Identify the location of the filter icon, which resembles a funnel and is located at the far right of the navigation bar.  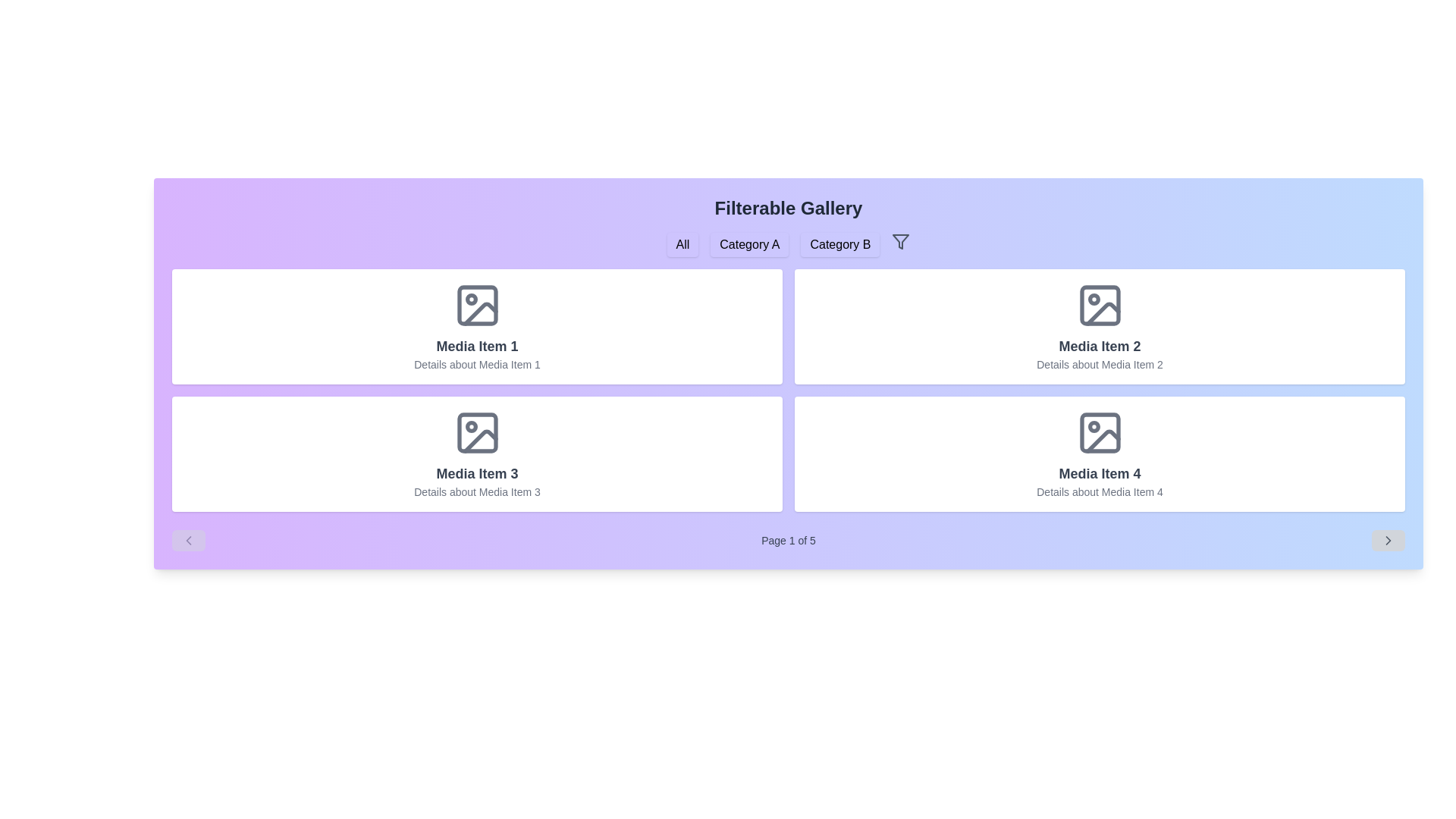
(901, 241).